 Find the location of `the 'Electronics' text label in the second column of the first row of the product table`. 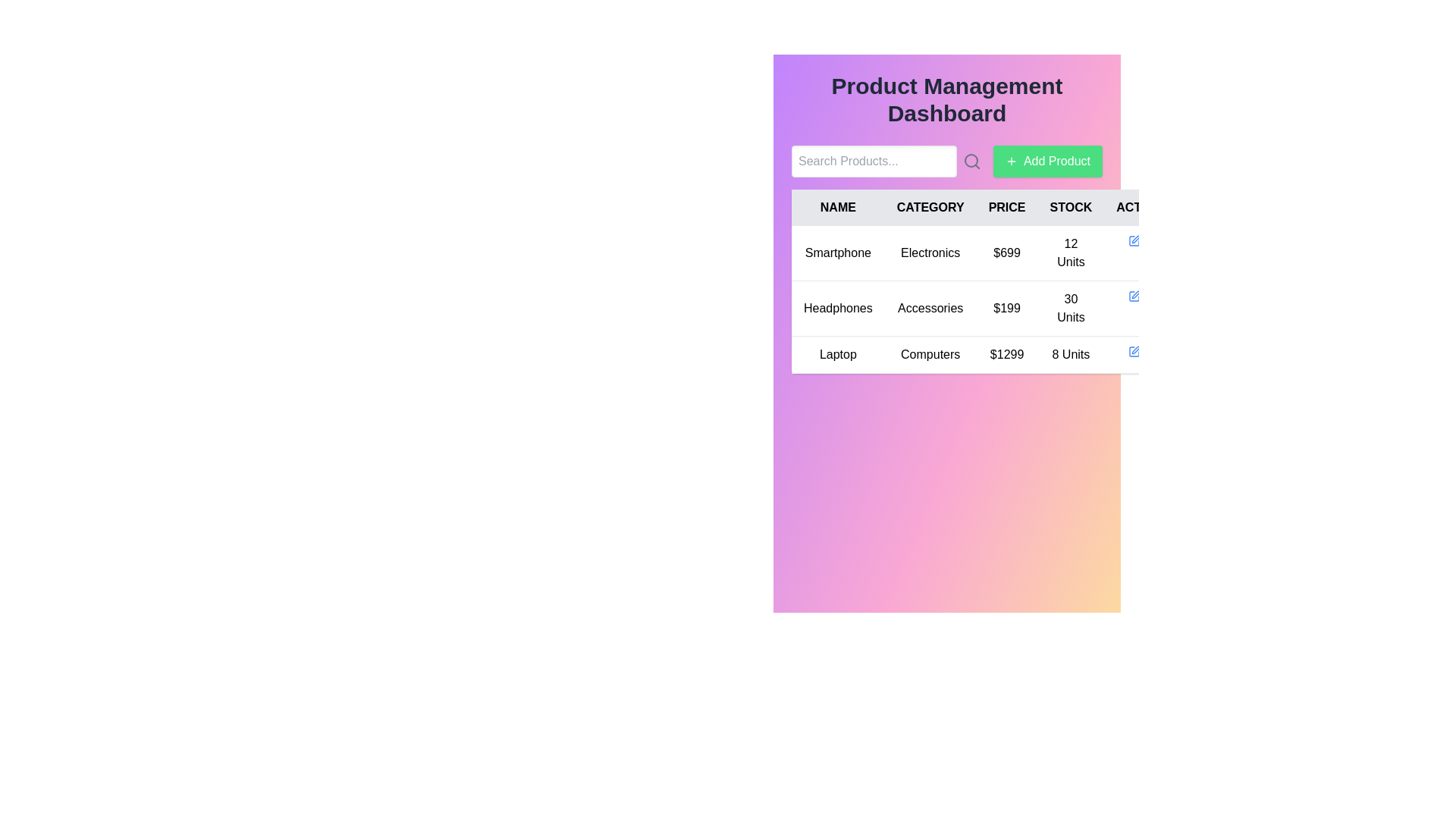

the 'Electronics' text label in the second column of the first row of the product table is located at coordinates (930, 253).